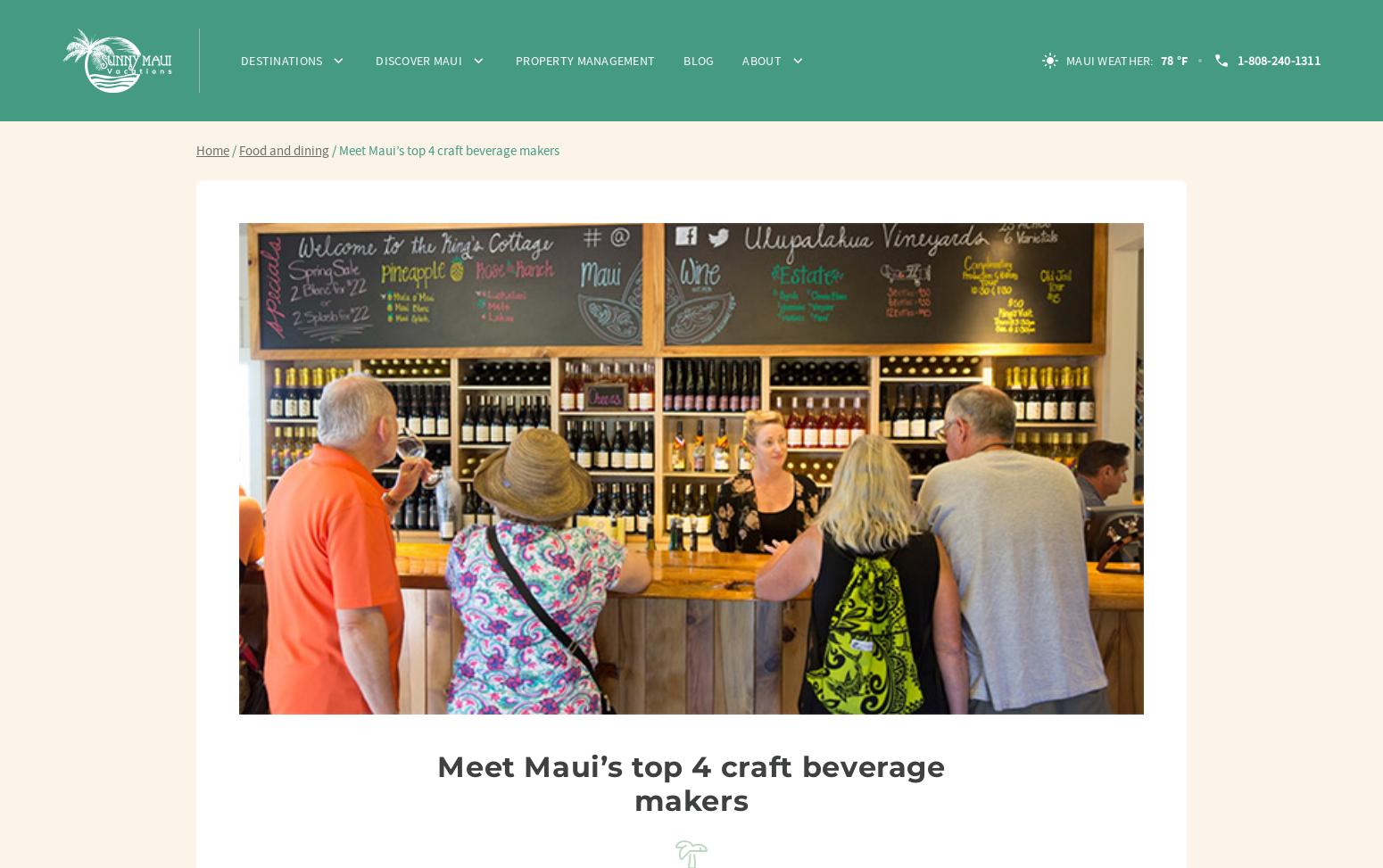 Image resolution: width=1383 pixels, height=868 pixels. Describe the element at coordinates (283, 151) in the screenshot. I see `'Food and dining'` at that location.